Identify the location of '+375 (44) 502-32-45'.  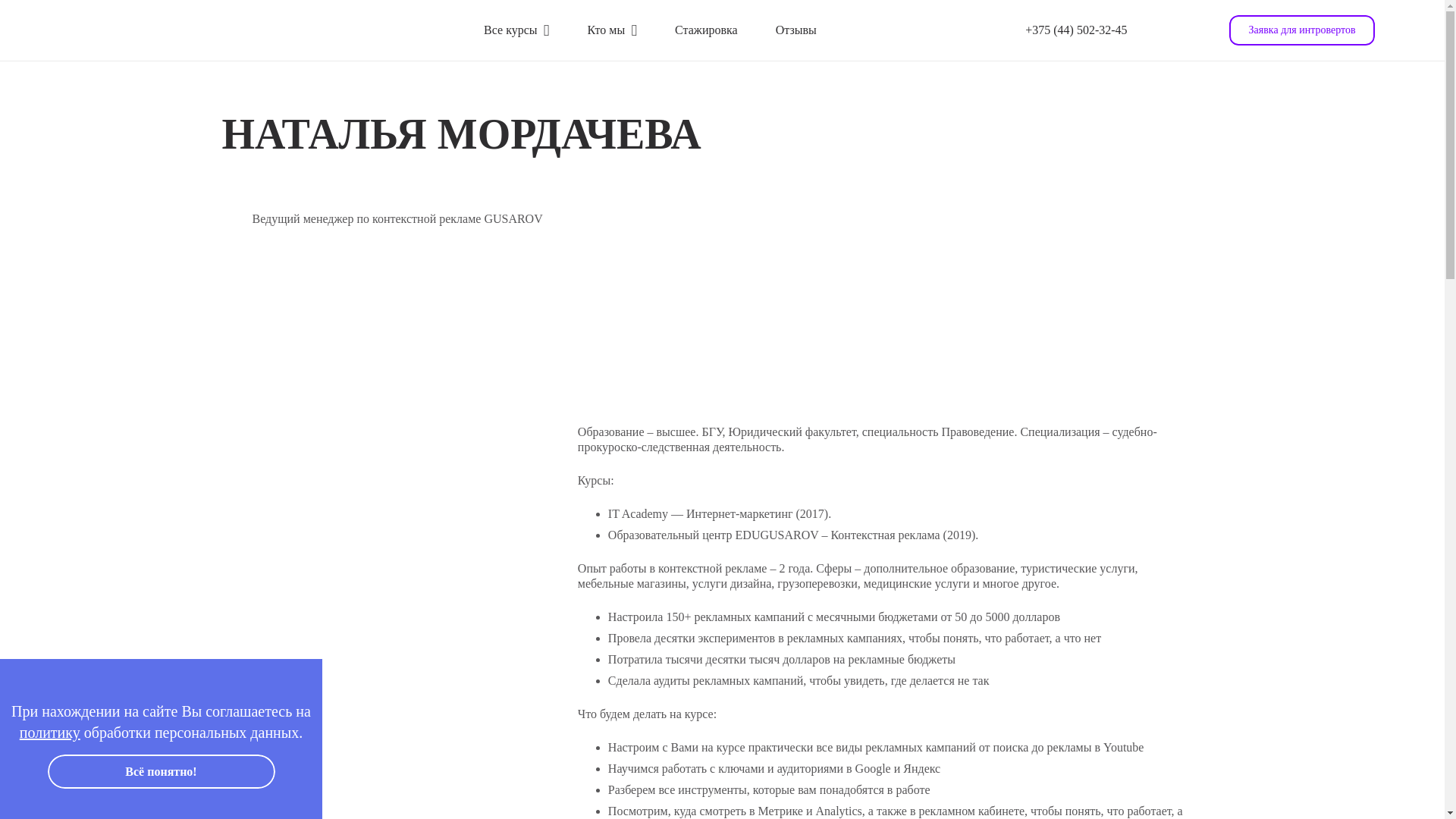
(1075, 30).